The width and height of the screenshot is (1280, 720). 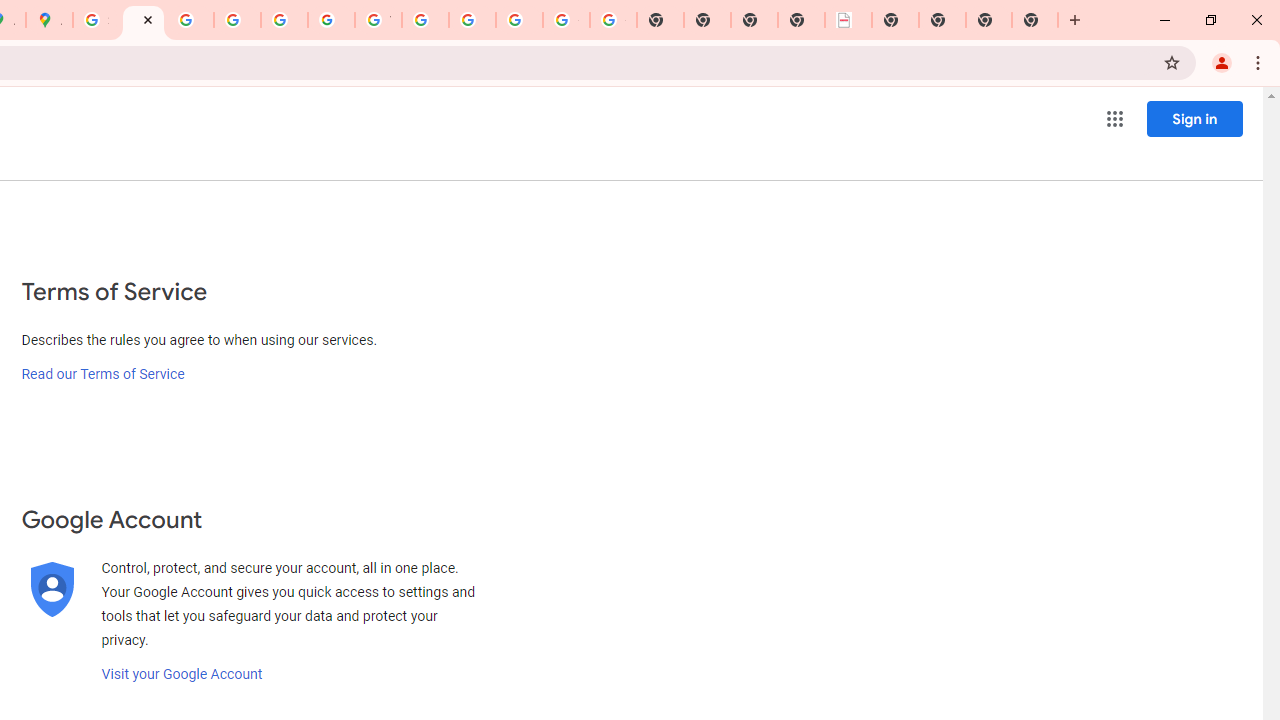 I want to click on 'Privacy Help Center - Policies Help', so click(x=190, y=20).